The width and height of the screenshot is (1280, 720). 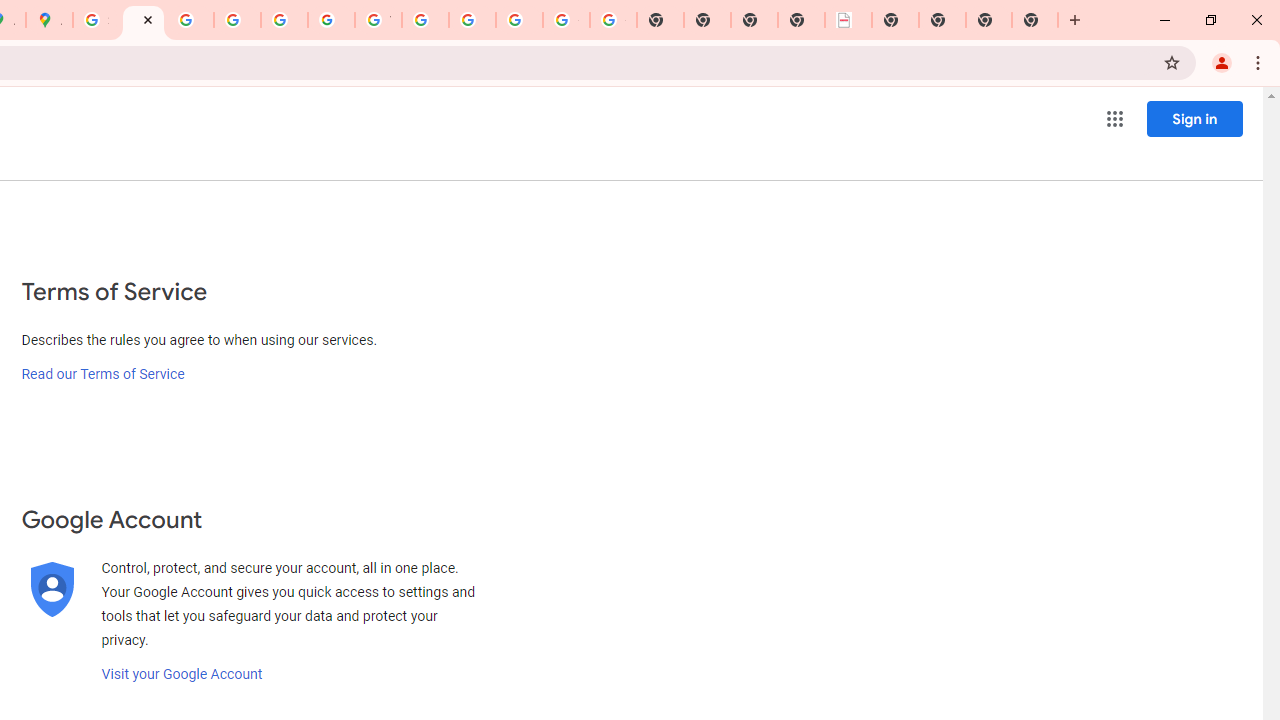 I want to click on 'Privacy Help Center - Policies Help', so click(x=190, y=20).